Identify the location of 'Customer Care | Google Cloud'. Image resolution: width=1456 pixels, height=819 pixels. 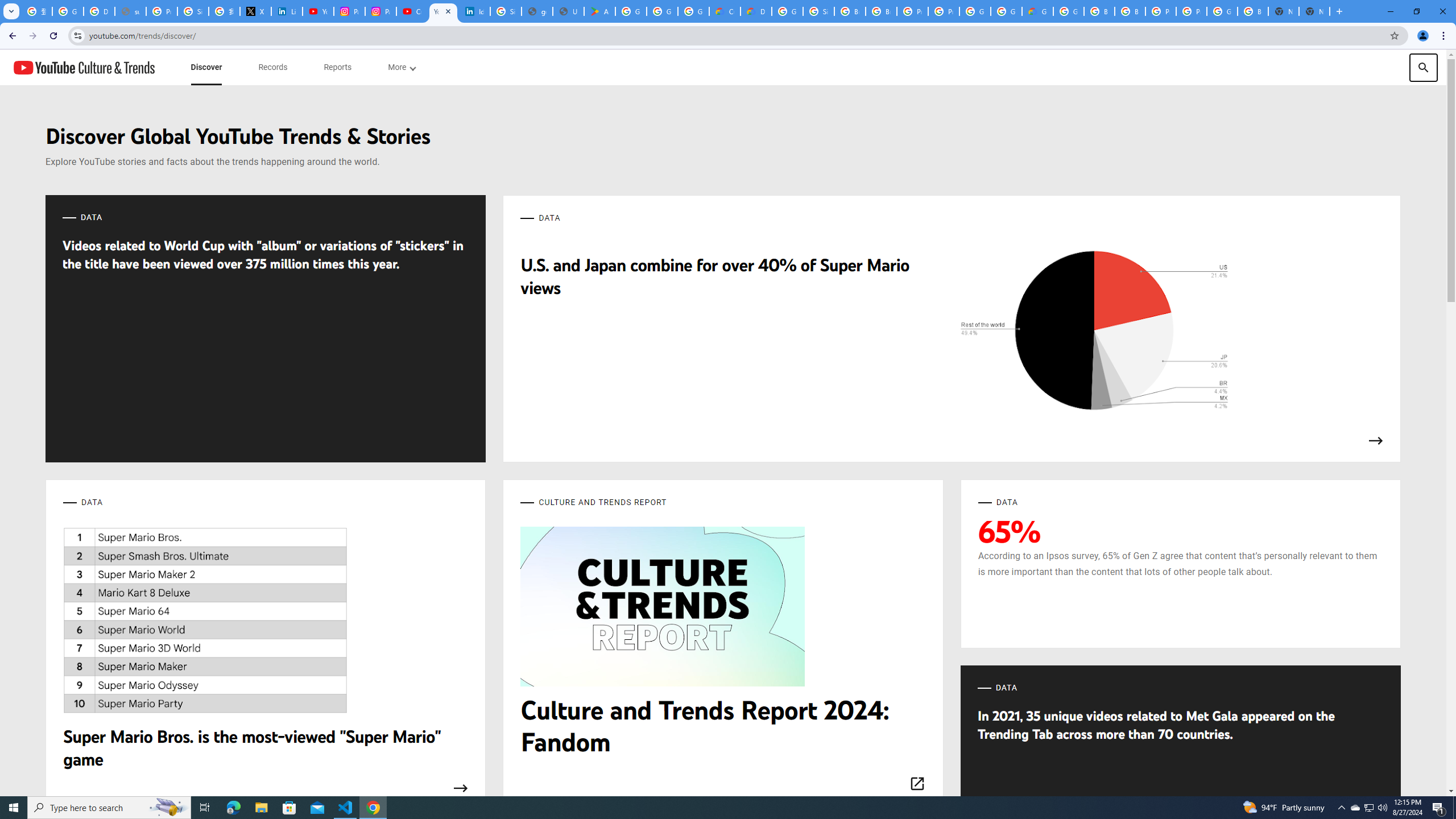
(724, 11).